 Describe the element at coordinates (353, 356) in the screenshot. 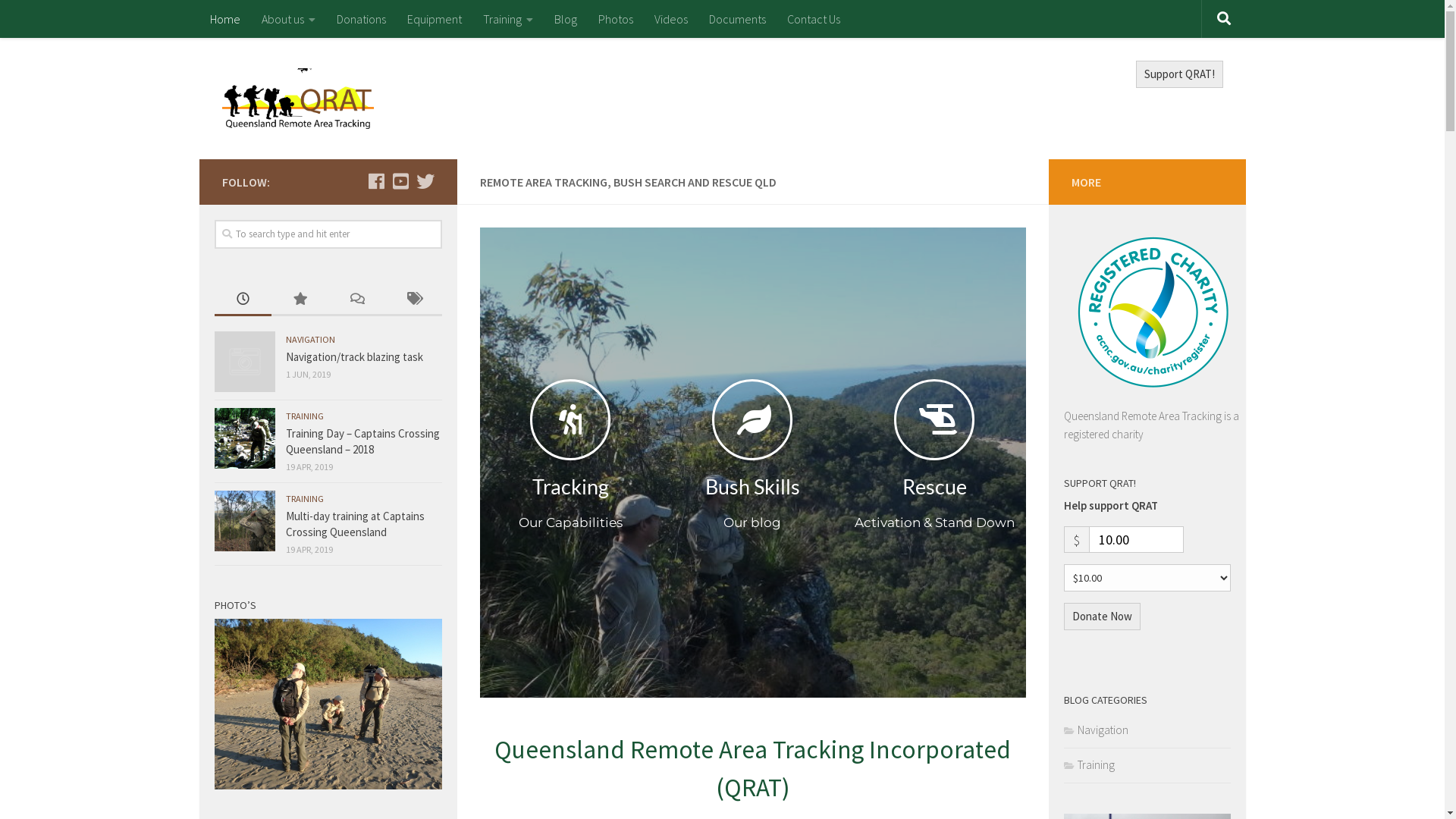

I see `'Navigation/track blazing task'` at that location.